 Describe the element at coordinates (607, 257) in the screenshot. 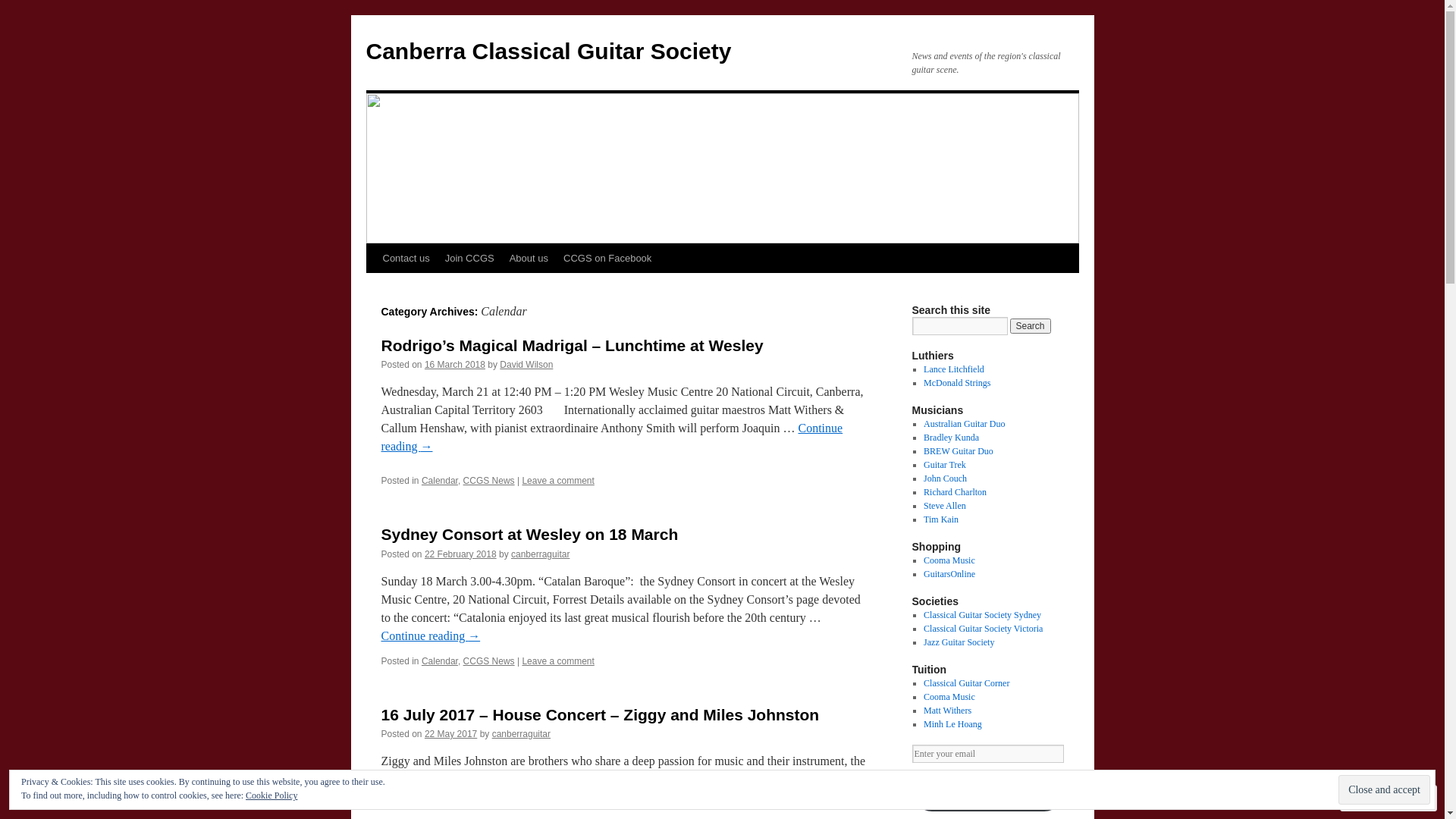

I see `'CCGS on Facebook'` at that location.